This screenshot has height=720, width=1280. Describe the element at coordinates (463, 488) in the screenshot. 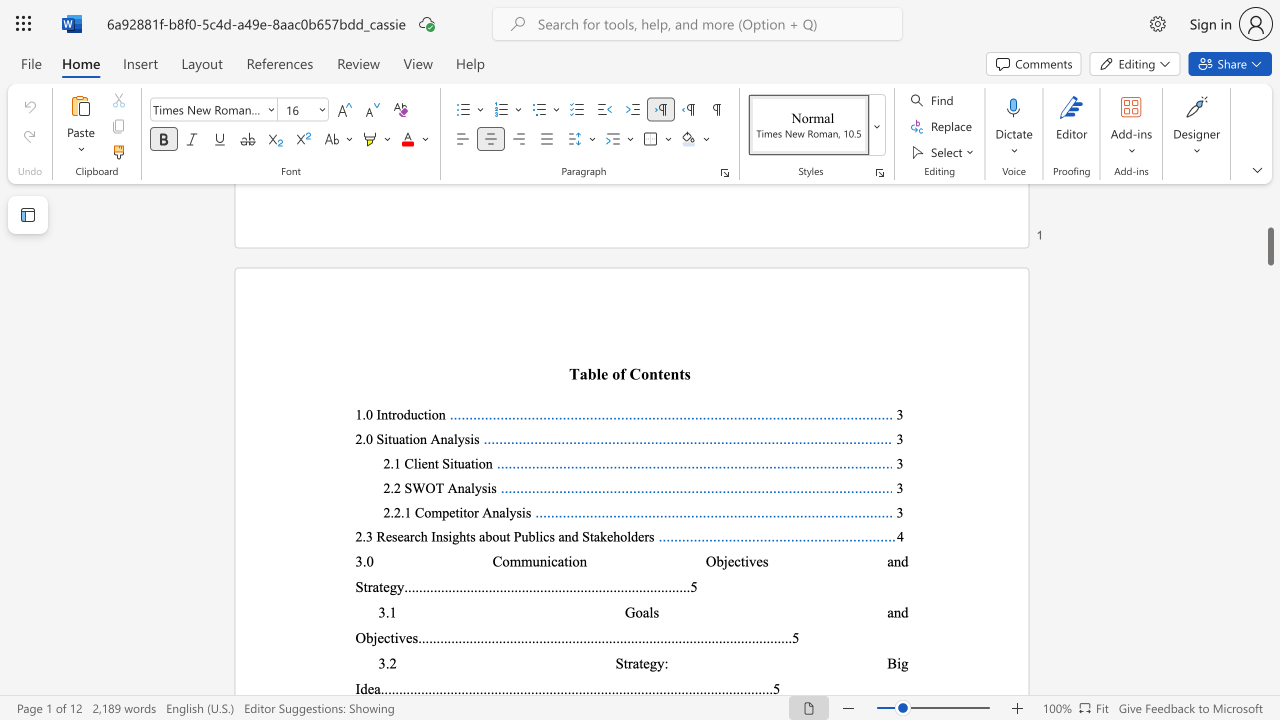

I see `the subset text "al" within the text "2.2 SWOT Analysis"` at that location.